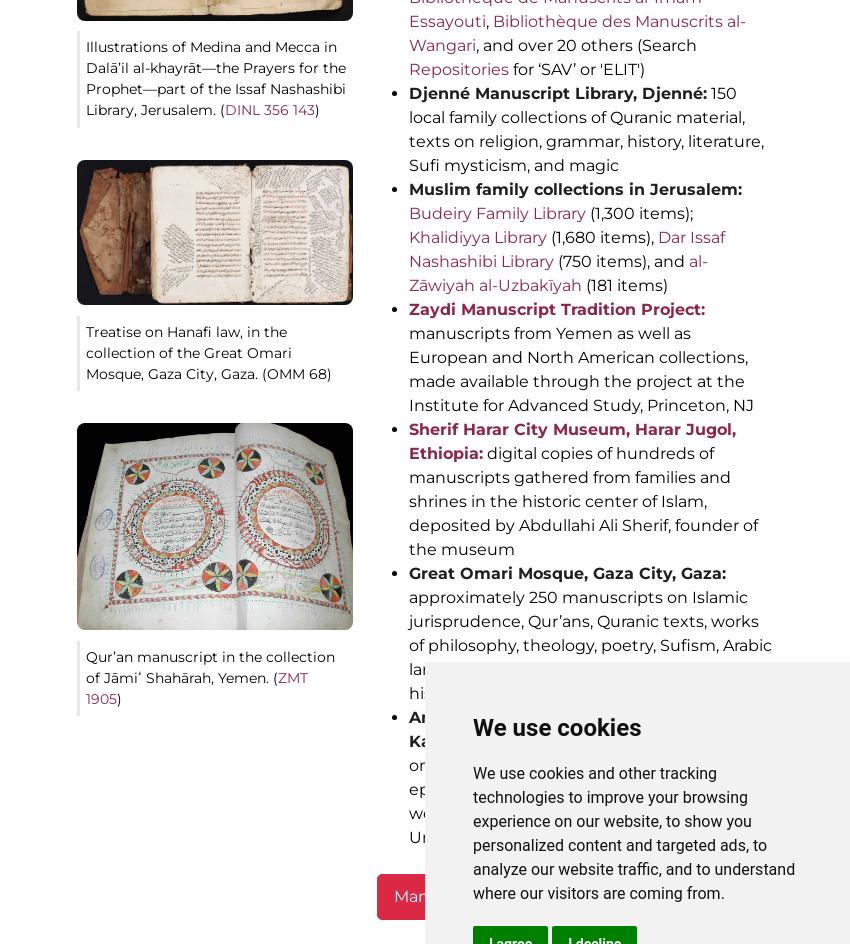  I want to click on 'Treatise on Hanafi law, in the collection of the Great Omari Mosque, Gaza City, Gaza. (OMM 68)', so click(208, 351).